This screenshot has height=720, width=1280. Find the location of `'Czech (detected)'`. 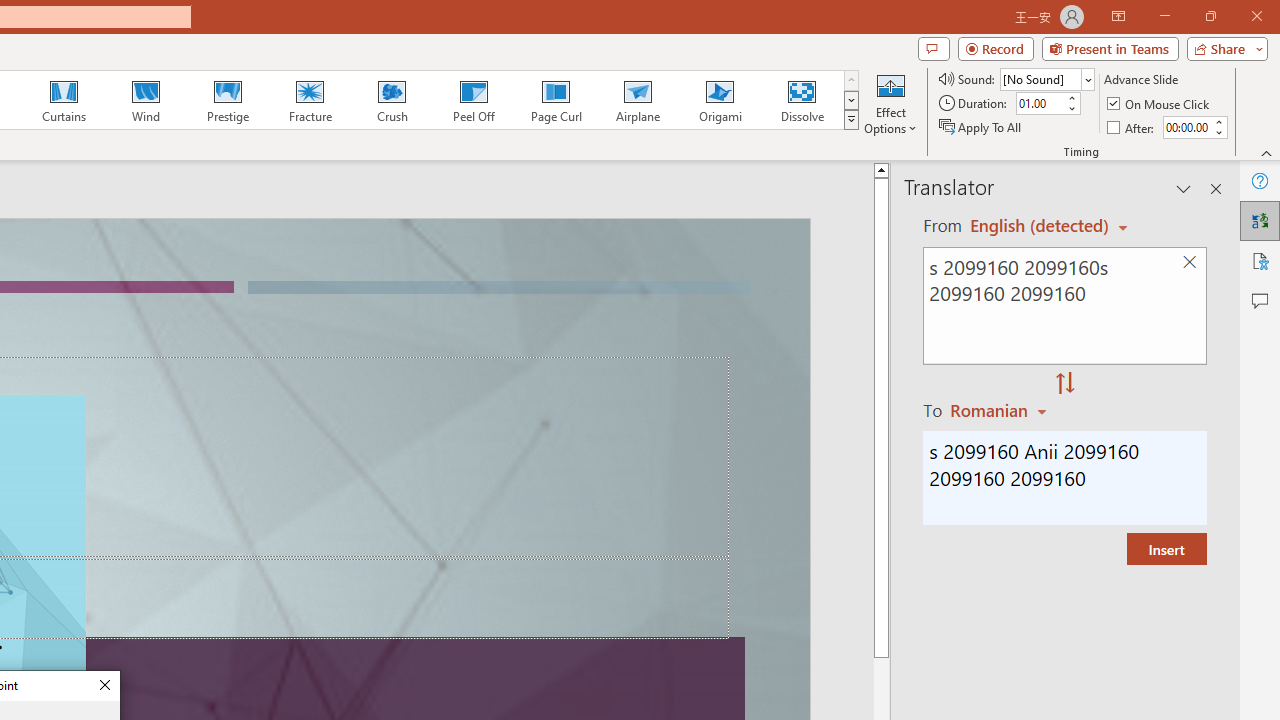

'Czech (detected)' is located at coordinates (1040, 225).